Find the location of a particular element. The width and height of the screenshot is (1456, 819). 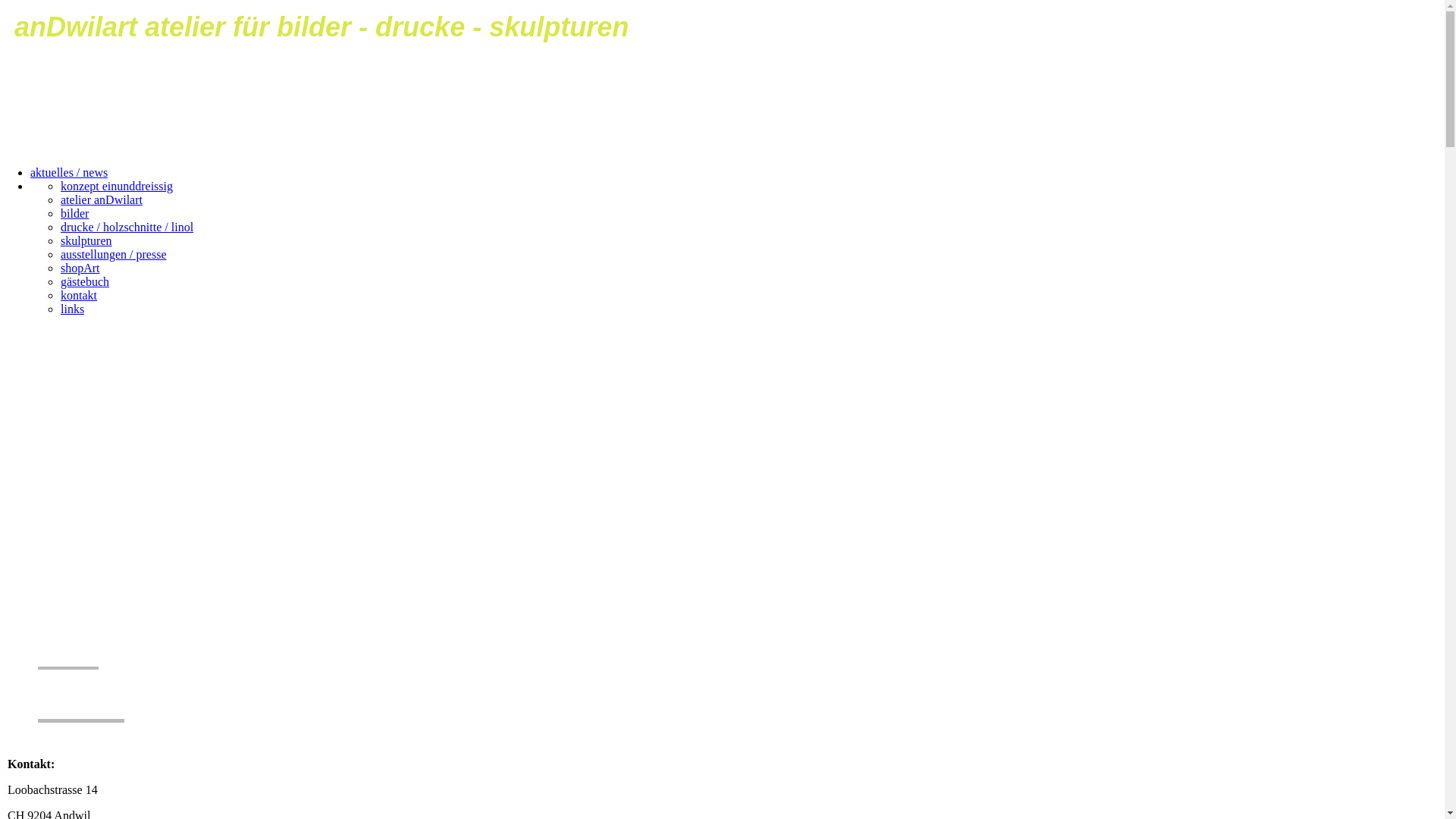

'drucke / holzschnitte / linol' is located at coordinates (127, 227).